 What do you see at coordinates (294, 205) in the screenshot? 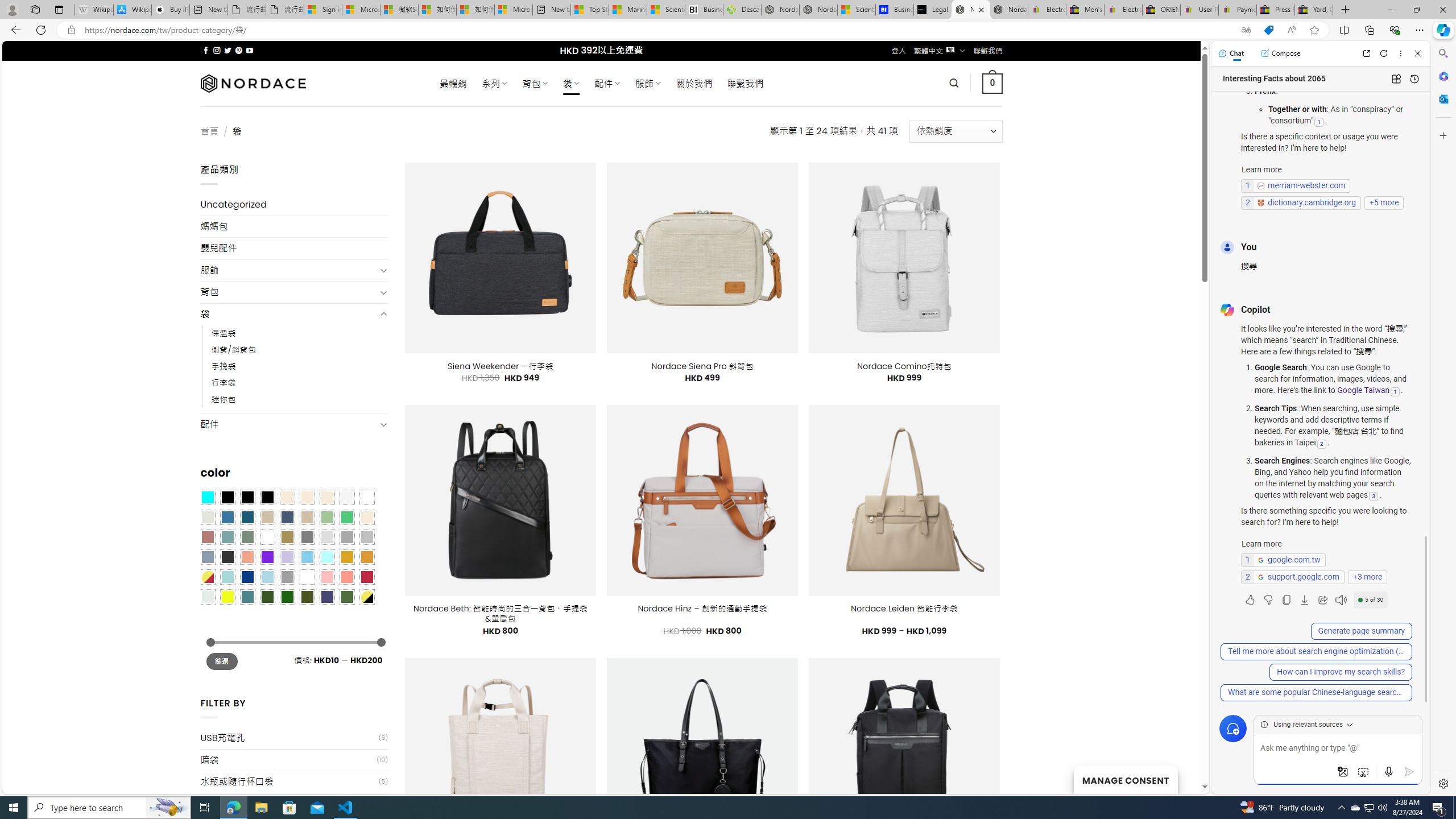
I see `'Uncategorized'` at bounding box center [294, 205].